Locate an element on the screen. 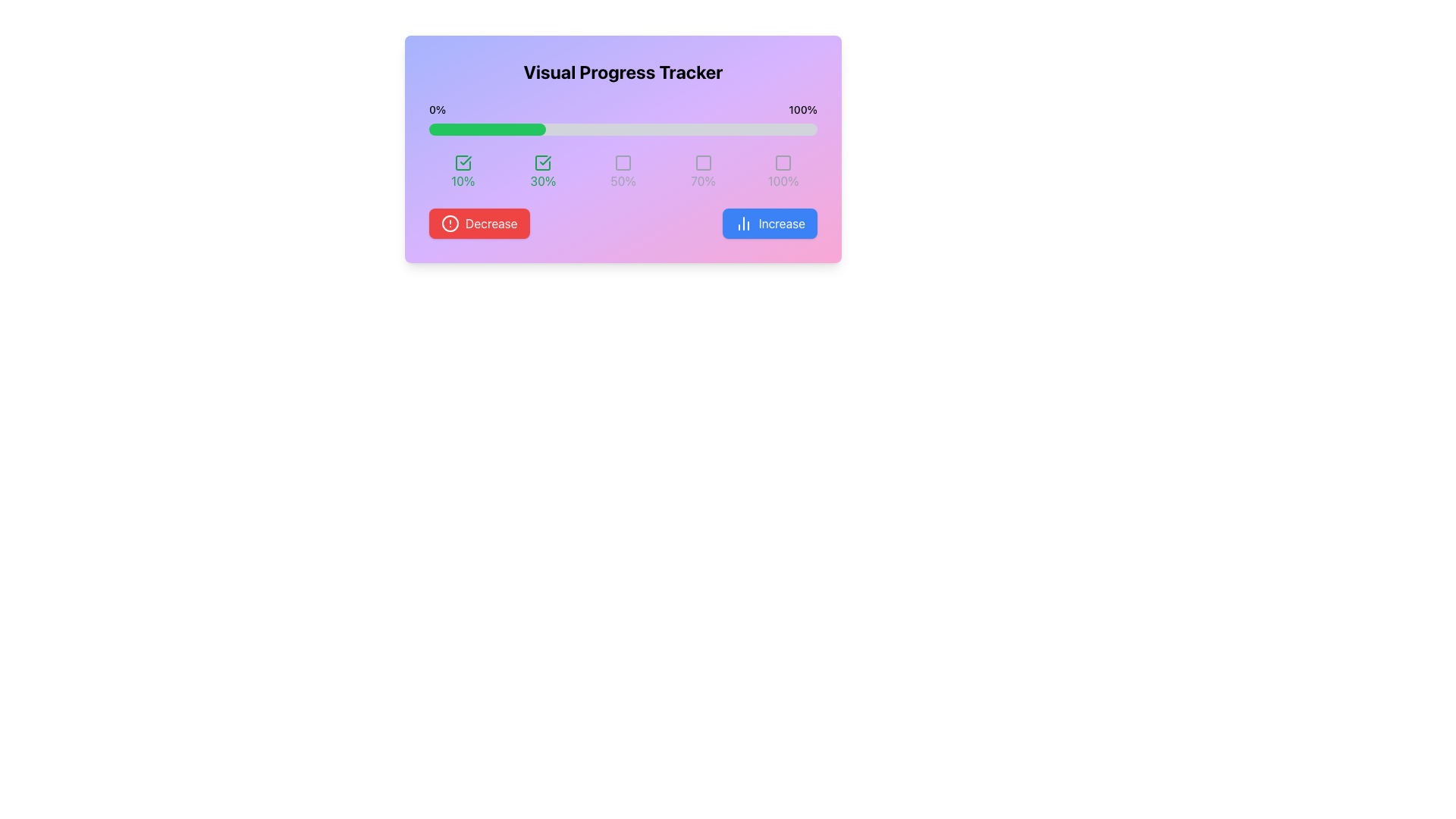 The image size is (1456, 819). the progress level is located at coordinates (759, 128).